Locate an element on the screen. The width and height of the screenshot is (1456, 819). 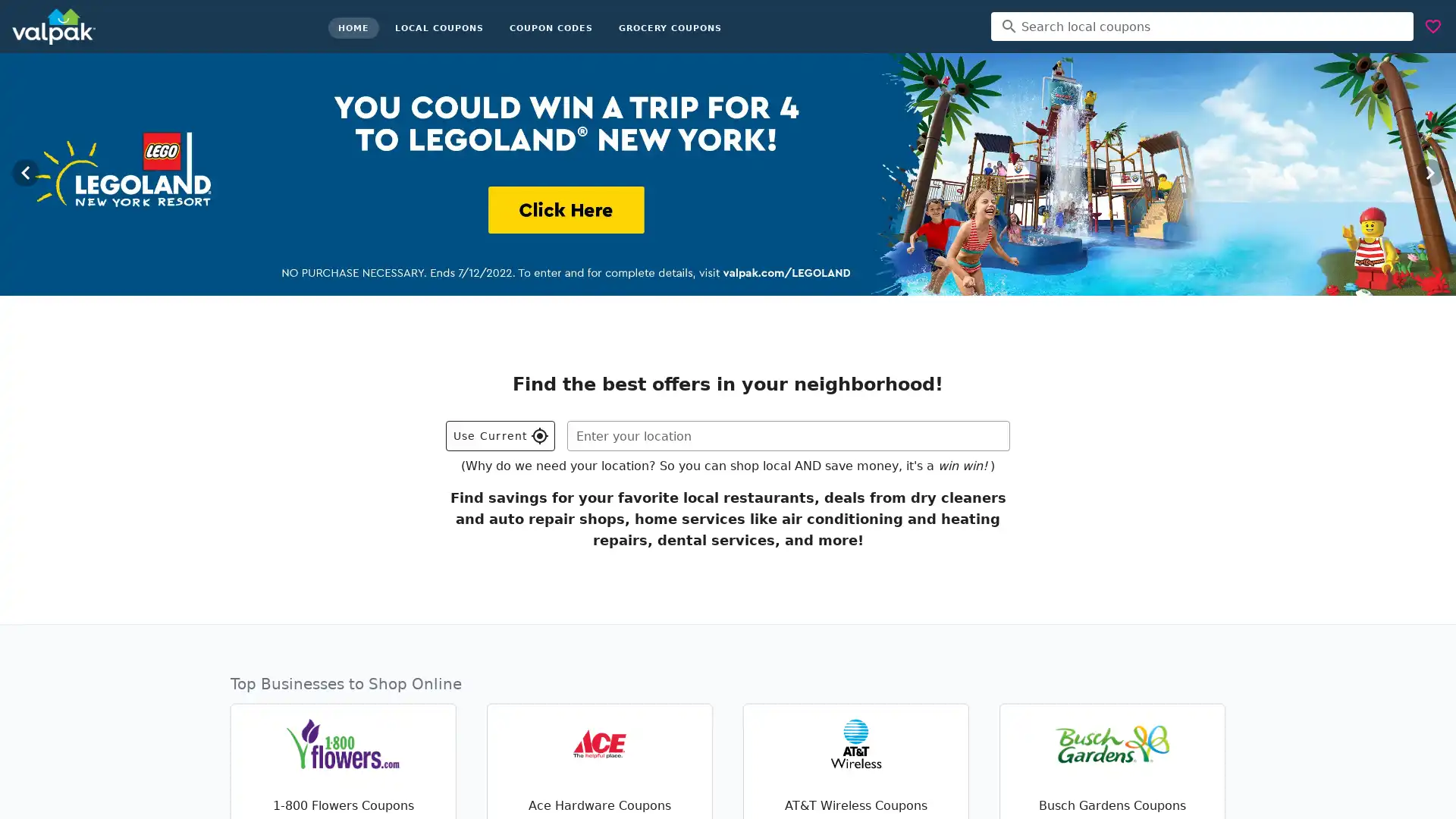
LOCAL COUPONS is located at coordinates (438, 28).